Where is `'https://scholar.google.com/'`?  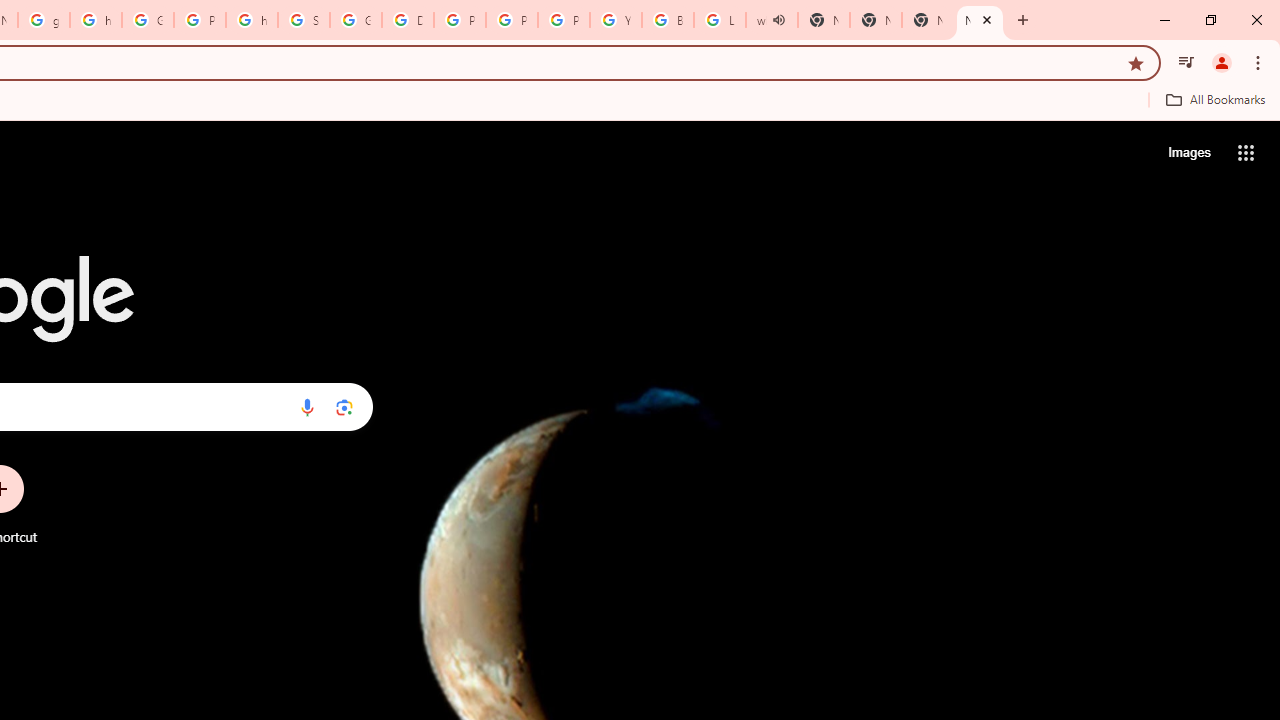
'https://scholar.google.com/' is located at coordinates (251, 20).